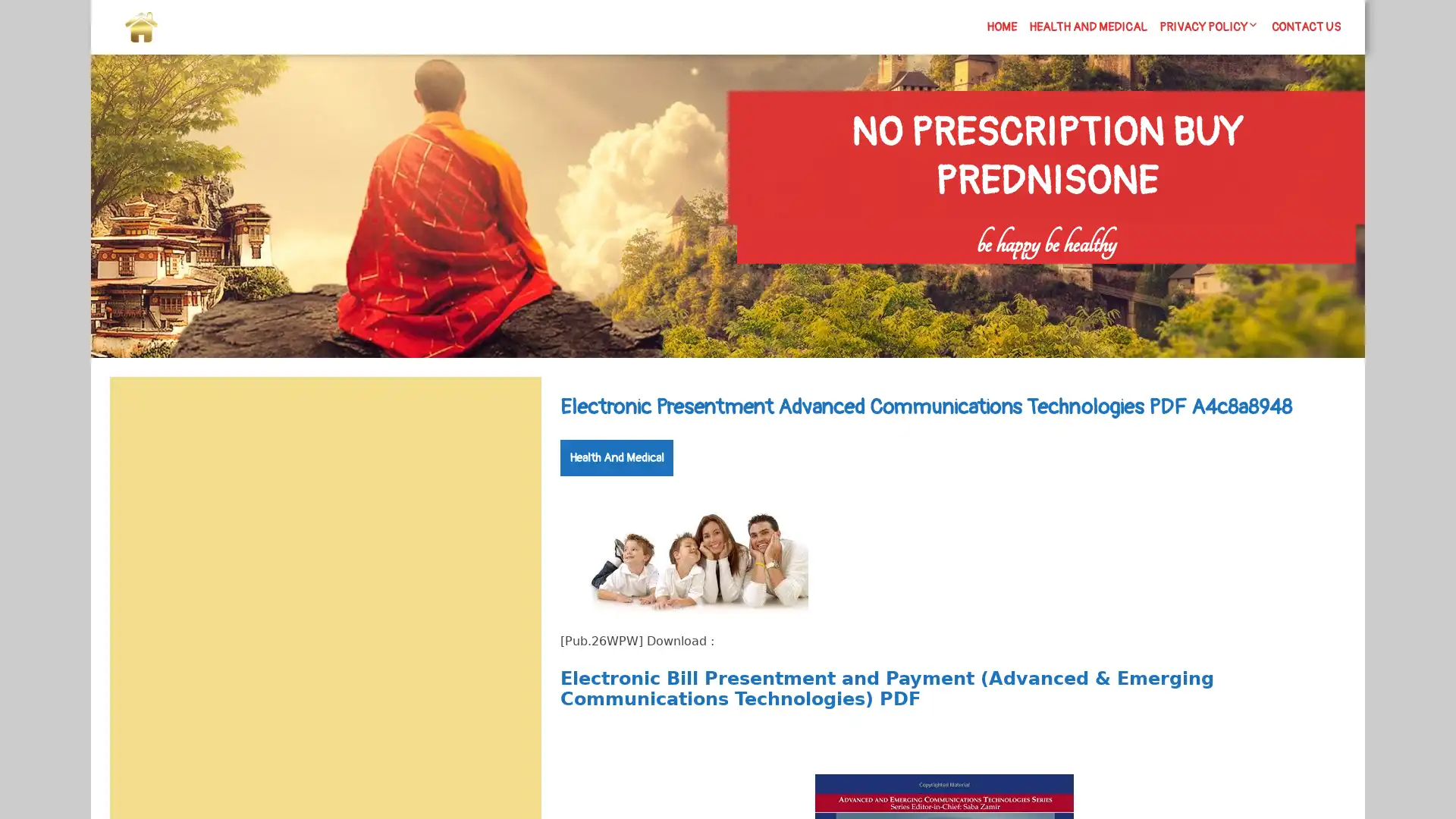 The height and width of the screenshot is (819, 1456). Describe the element at coordinates (1181, 274) in the screenshot. I see `Search` at that location.